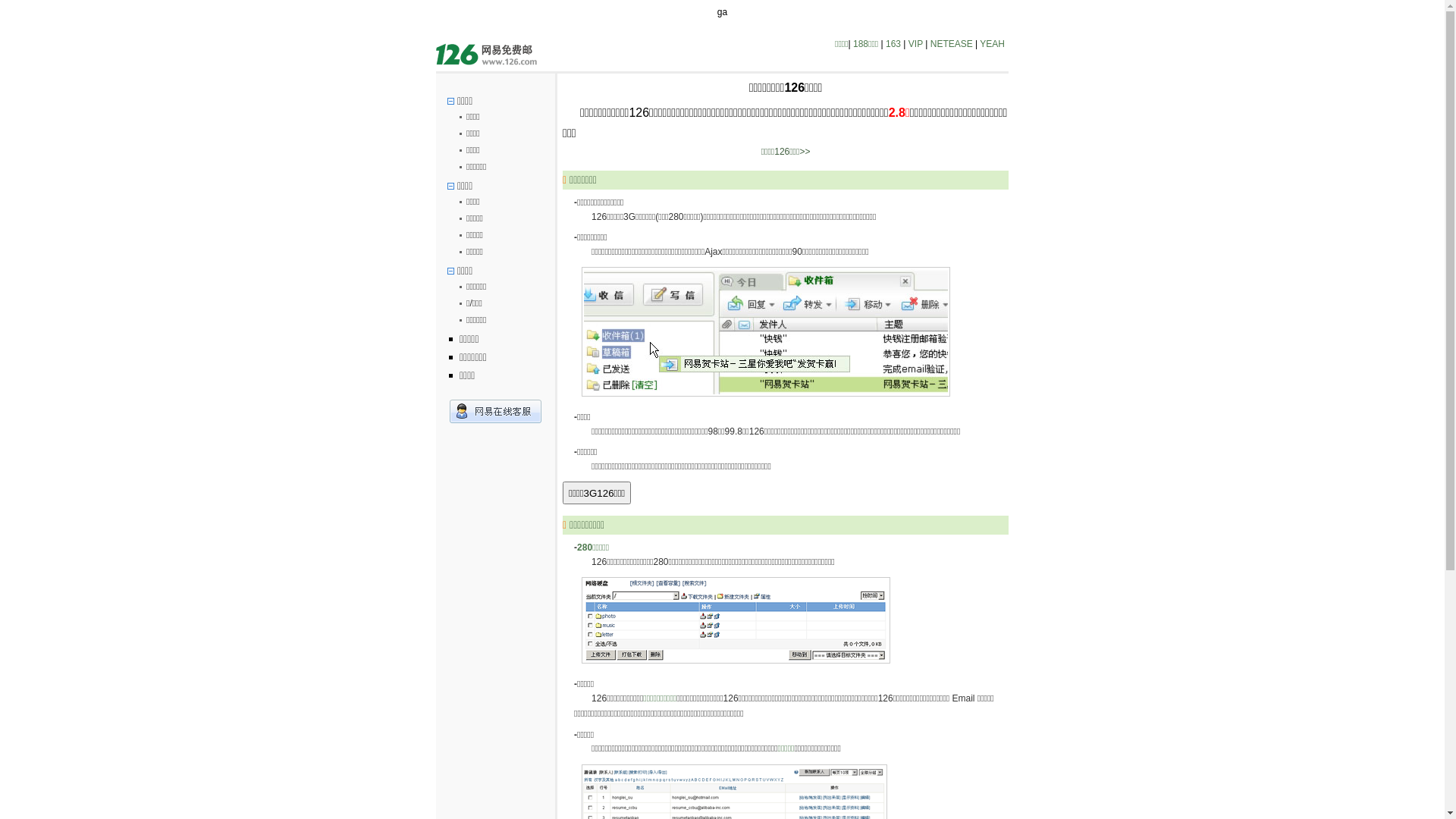 This screenshot has width=1456, height=819. I want to click on '163', so click(893, 42).